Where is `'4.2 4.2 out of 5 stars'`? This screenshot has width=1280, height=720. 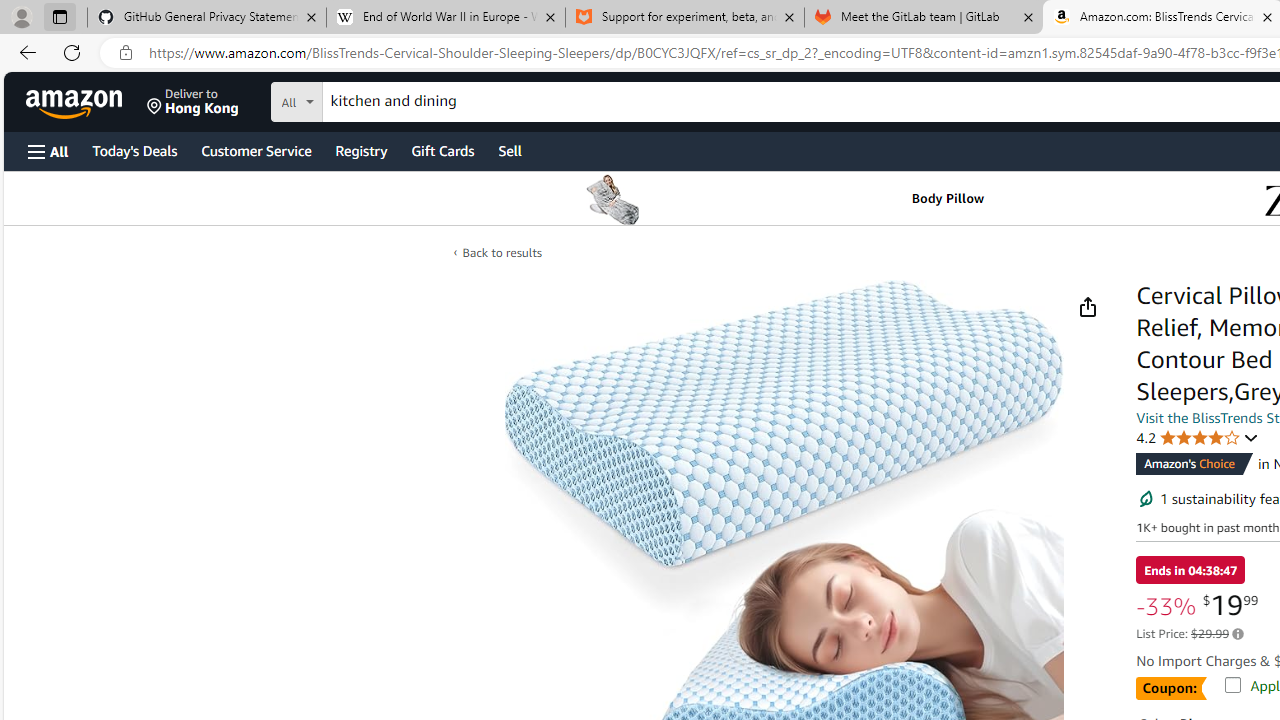 '4.2 4.2 out of 5 stars' is located at coordinates (1198, 436).